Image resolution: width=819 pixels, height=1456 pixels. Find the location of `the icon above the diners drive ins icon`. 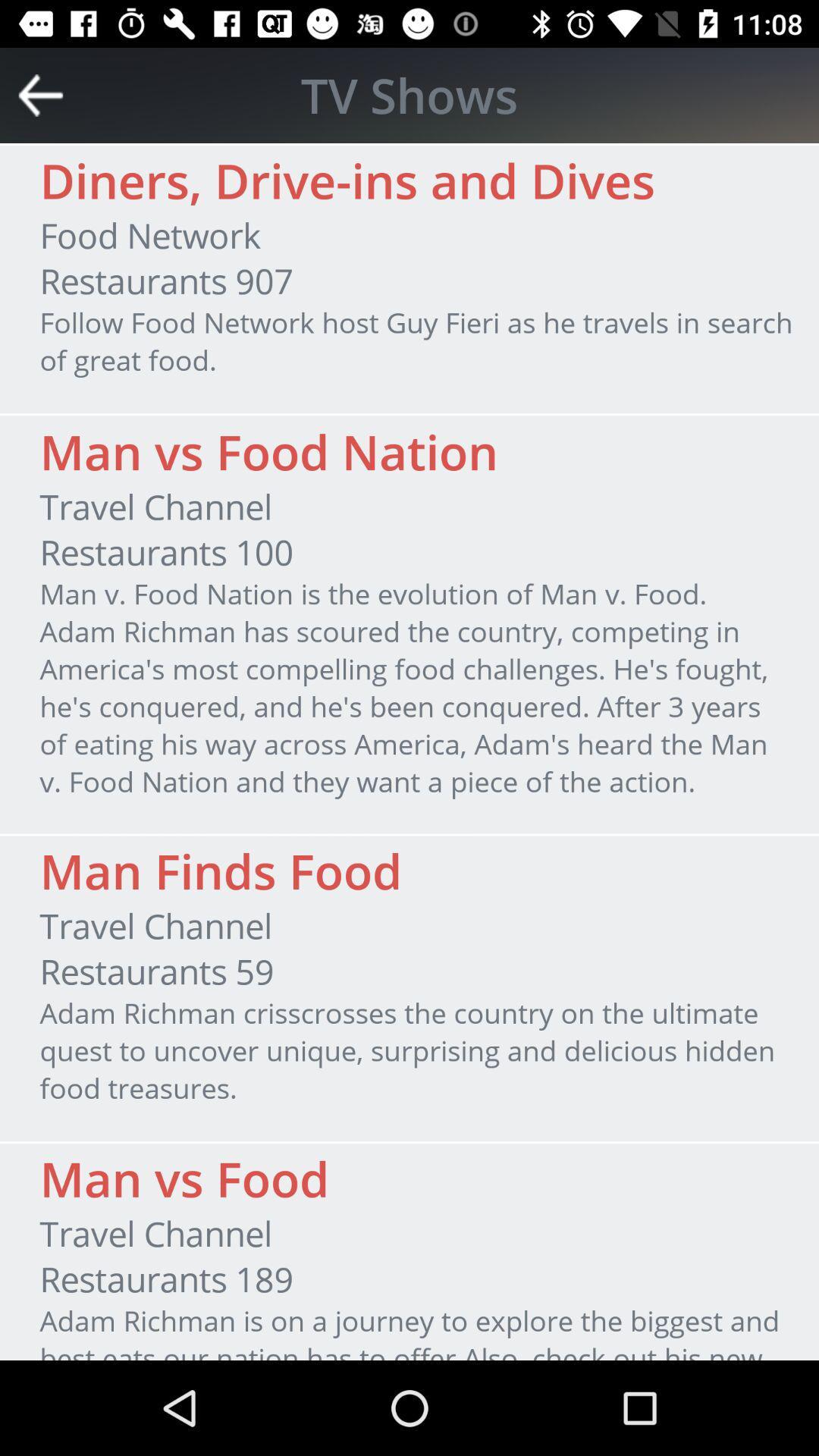

the icon above the diners drive ins icon is located at coordinates (409, 94).